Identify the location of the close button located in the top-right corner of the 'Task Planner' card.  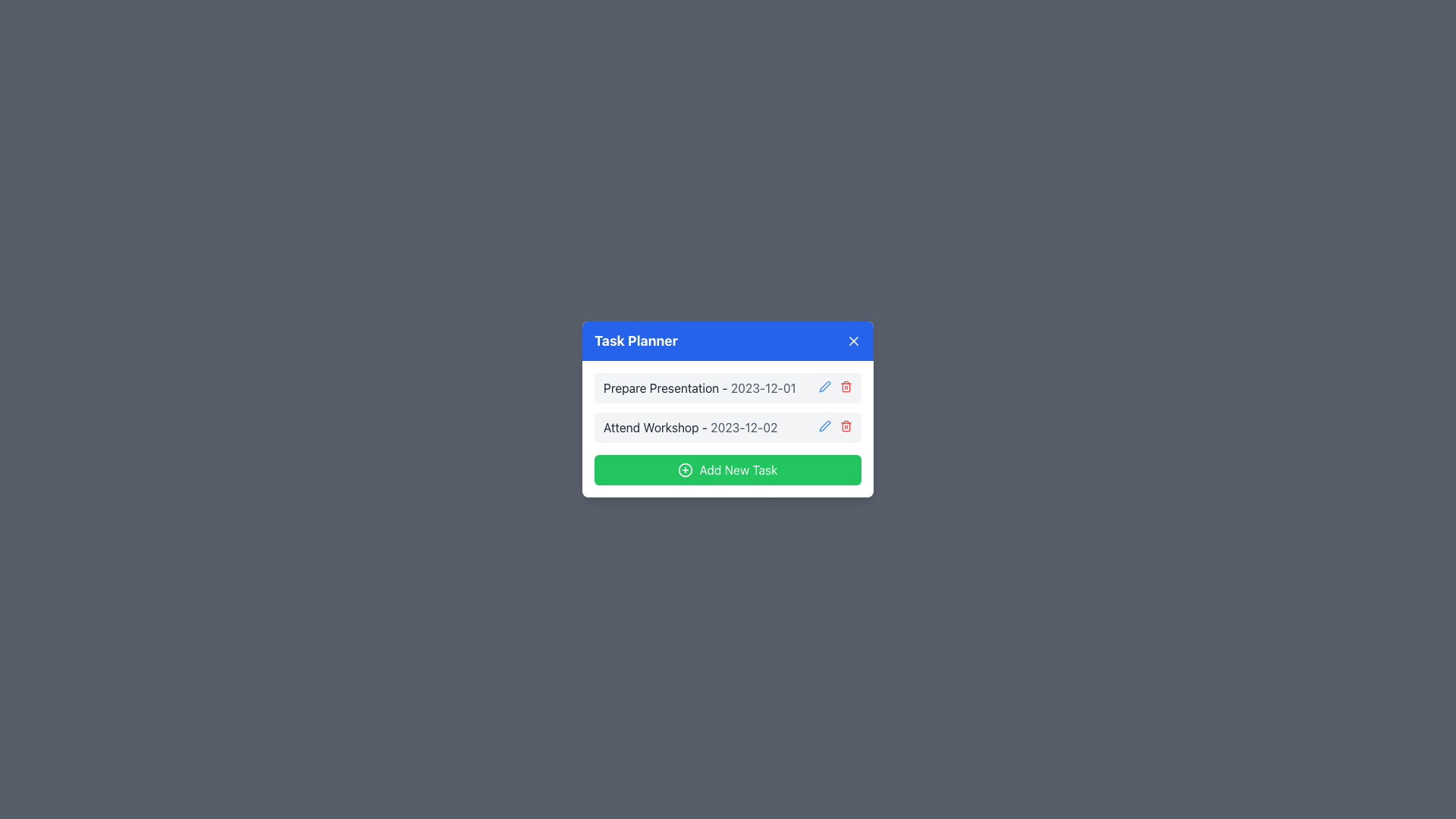
(854, 341).